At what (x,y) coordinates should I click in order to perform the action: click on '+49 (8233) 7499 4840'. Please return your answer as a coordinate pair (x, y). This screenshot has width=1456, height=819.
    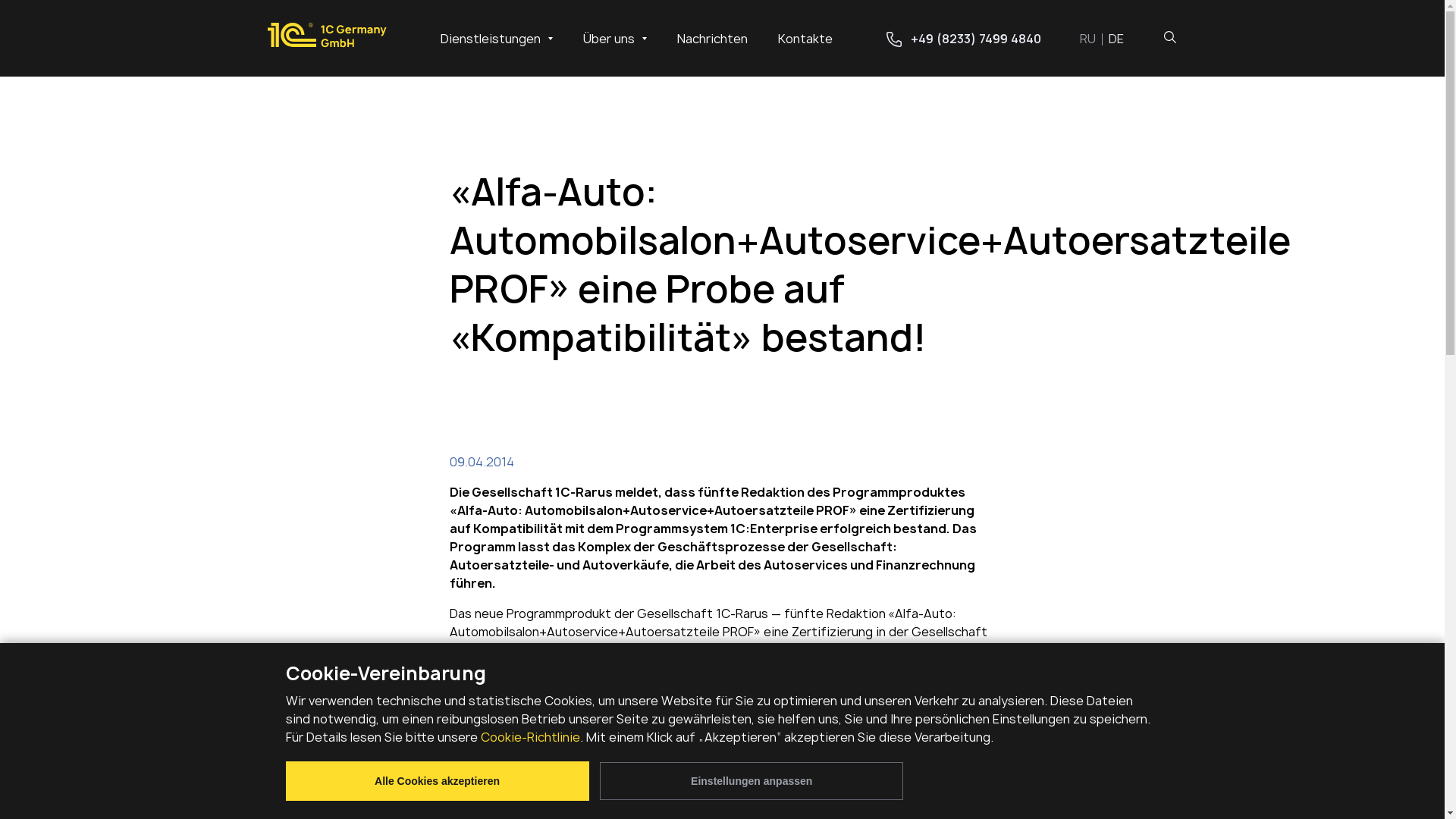
    Looking at the image, I should click on (962, 37).